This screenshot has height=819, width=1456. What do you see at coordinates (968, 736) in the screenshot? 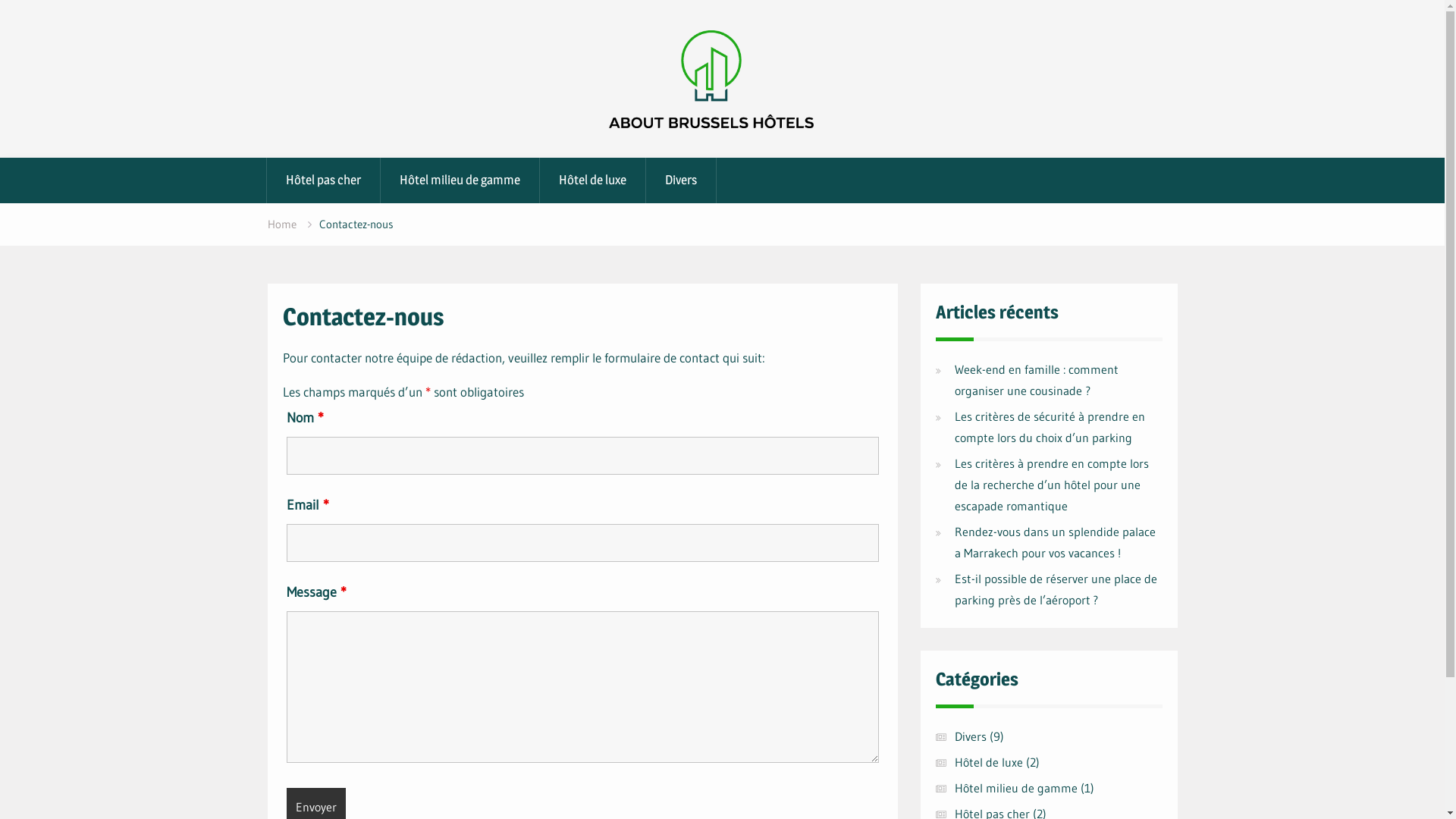
I see `'Divers'` at bounding box center [968, 736].